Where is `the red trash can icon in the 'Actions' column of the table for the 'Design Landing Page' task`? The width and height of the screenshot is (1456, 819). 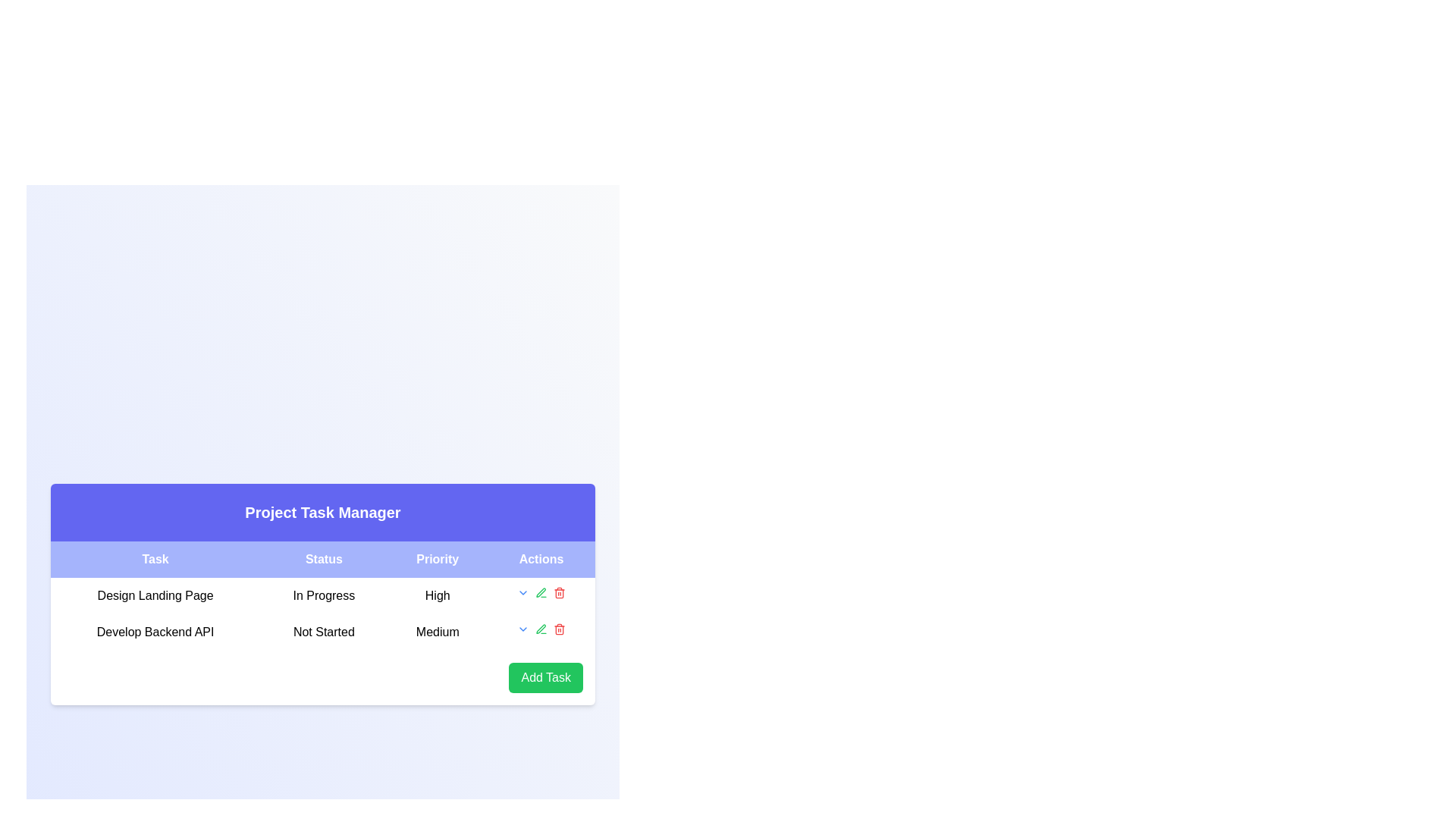 the red trash can icon in the 'Actions' column of the table for the 'Design Landing Page' task is located at coordinates (559, 592).